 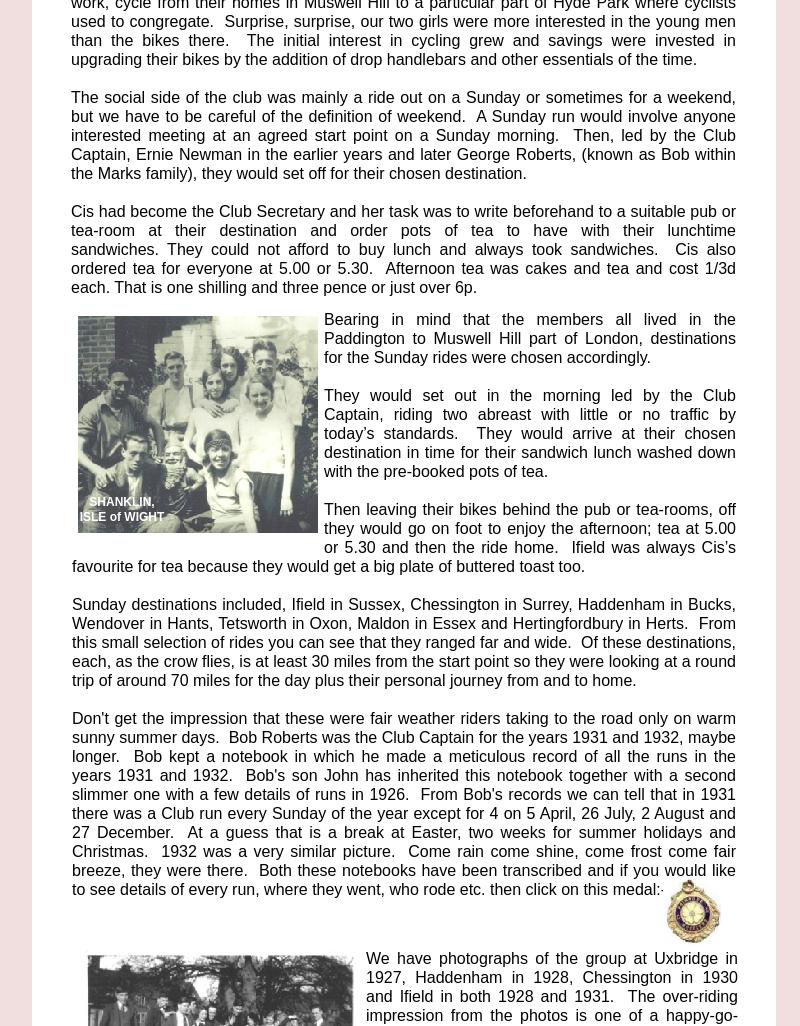 I want to click on 'booked pots of tea.', so click(x=412, y=470).